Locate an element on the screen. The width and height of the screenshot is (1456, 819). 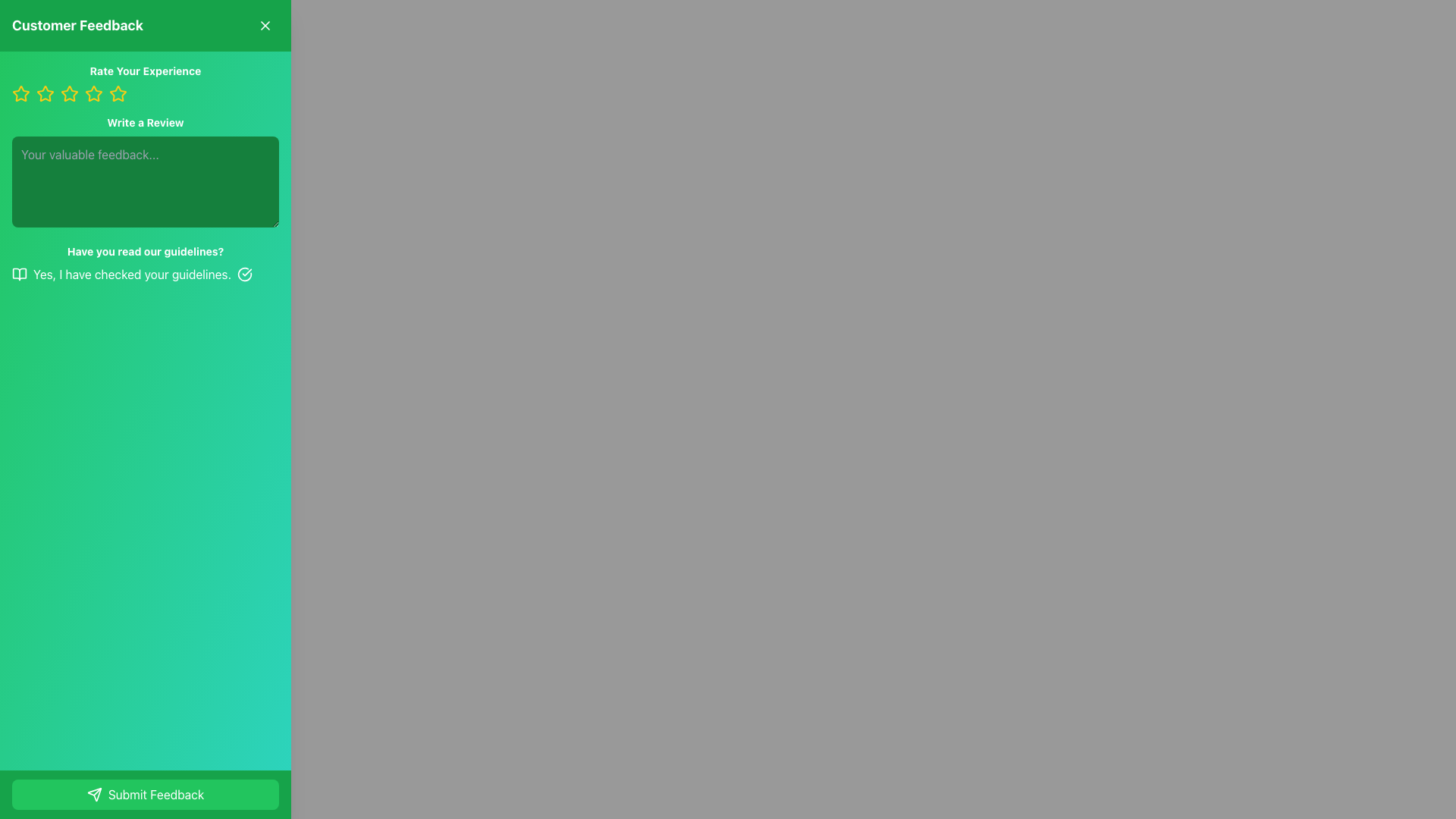
the 'Submit Feedback' button, a bright green rectangular button with rounded corners located at the bottom center of the feedback panel is located at coordinates (146, 794).